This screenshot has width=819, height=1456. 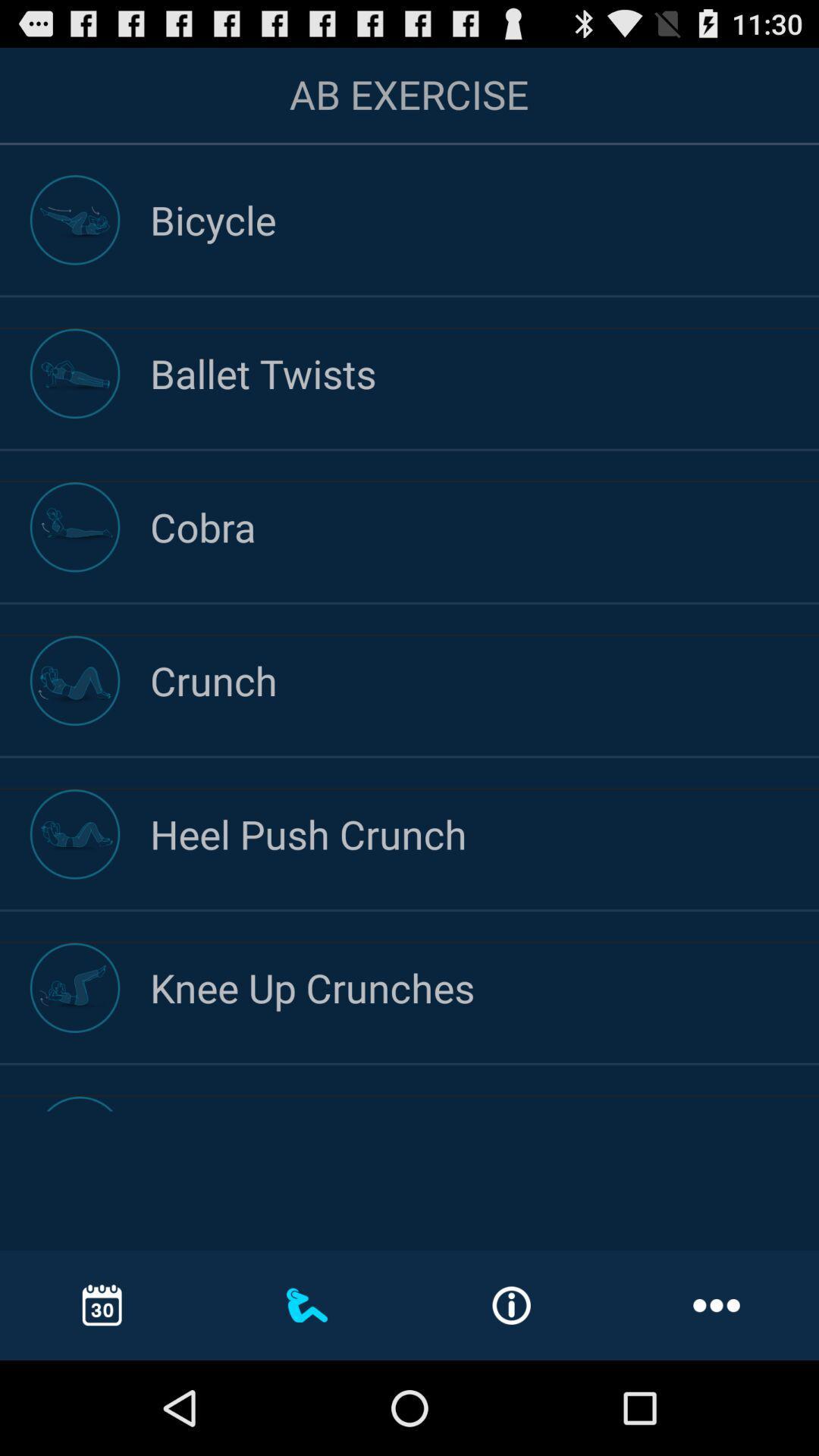 What do you see at coordinates (485, 218) in the screenshot?
I see `the bicycle icon` at bounding box center [485, 218].